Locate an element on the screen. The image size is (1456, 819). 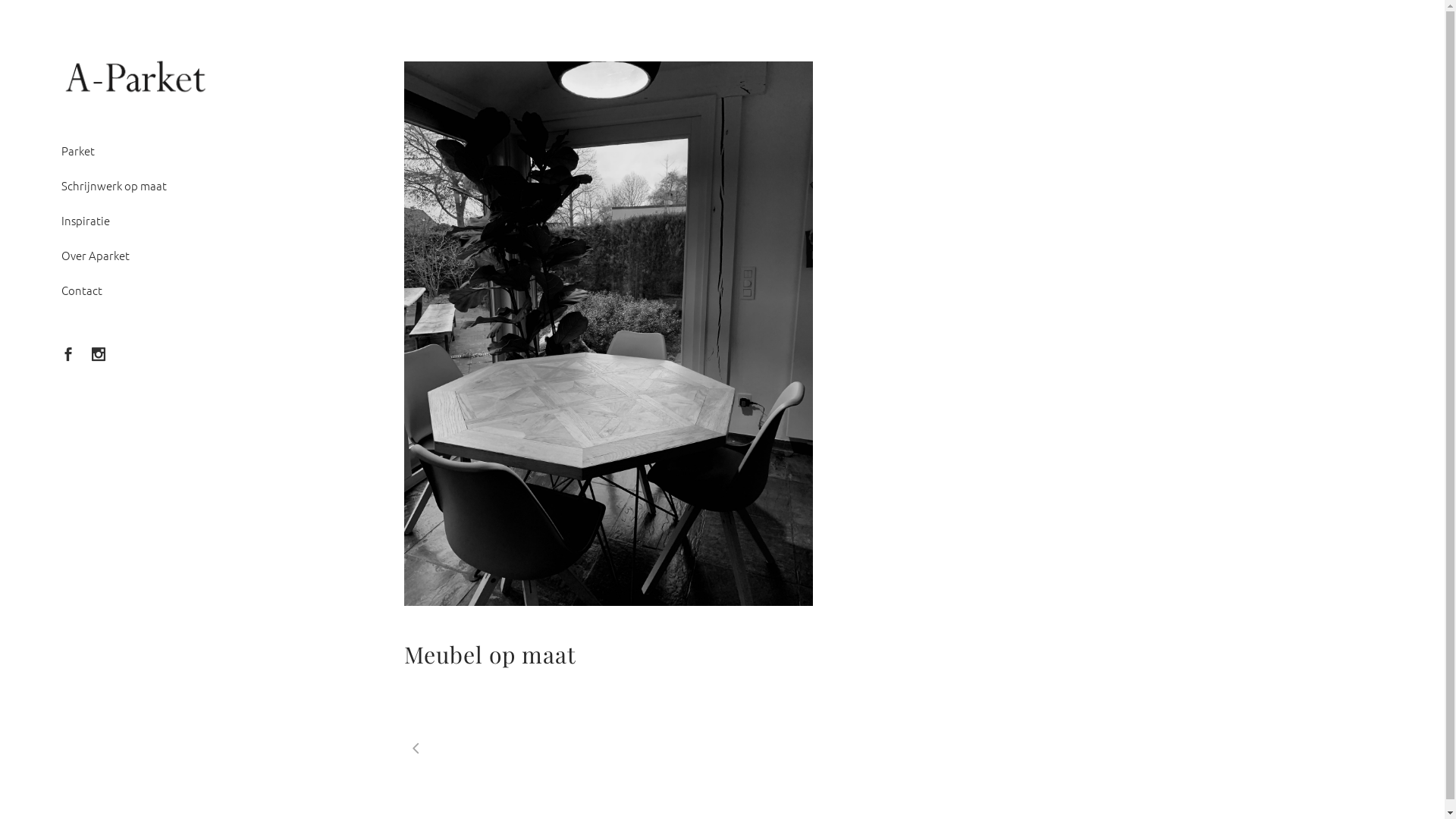
'Schrijnwerk op maat' is located at coordinates (136, 185).